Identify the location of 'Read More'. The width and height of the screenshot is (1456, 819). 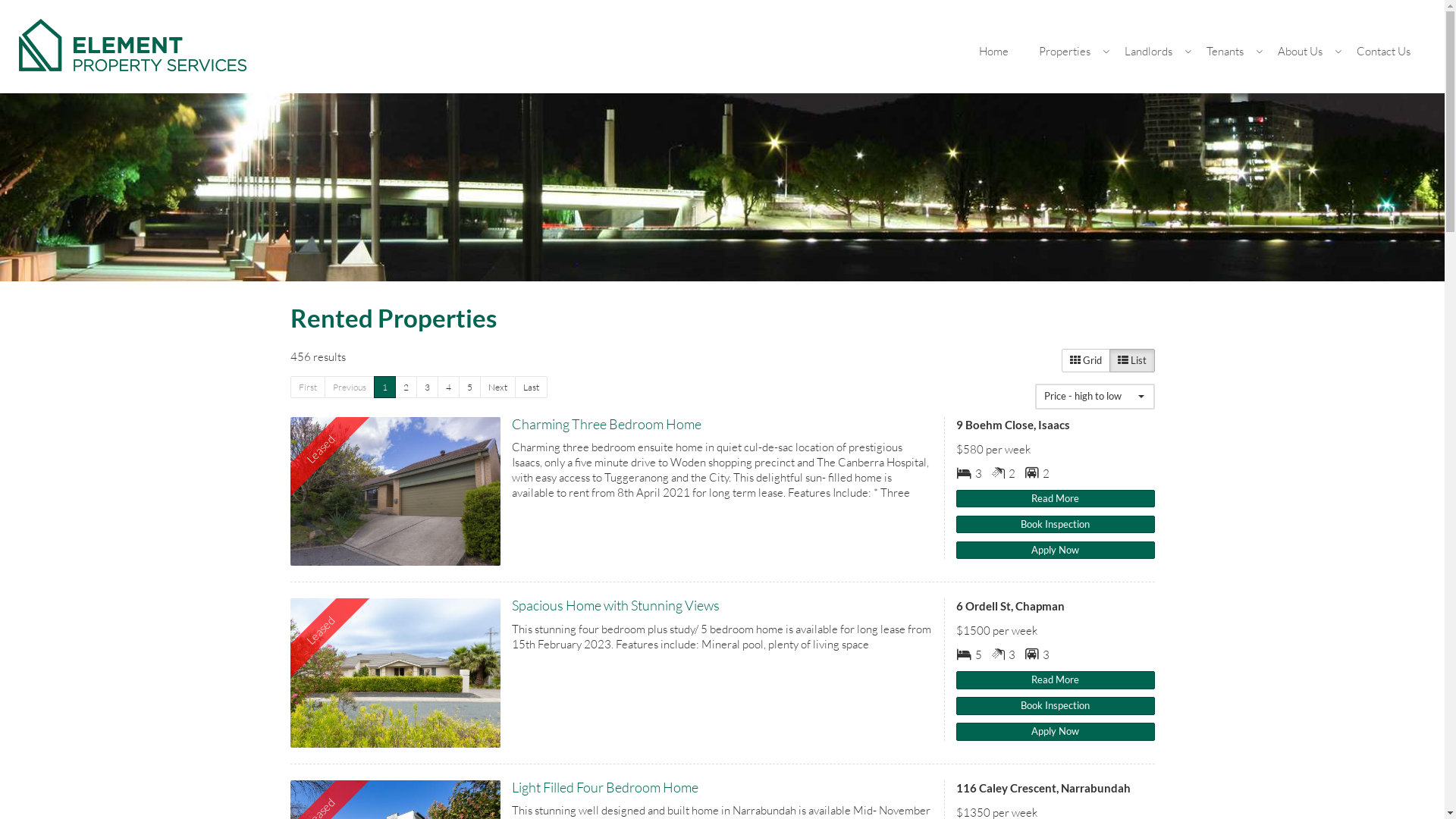
(955, 499).